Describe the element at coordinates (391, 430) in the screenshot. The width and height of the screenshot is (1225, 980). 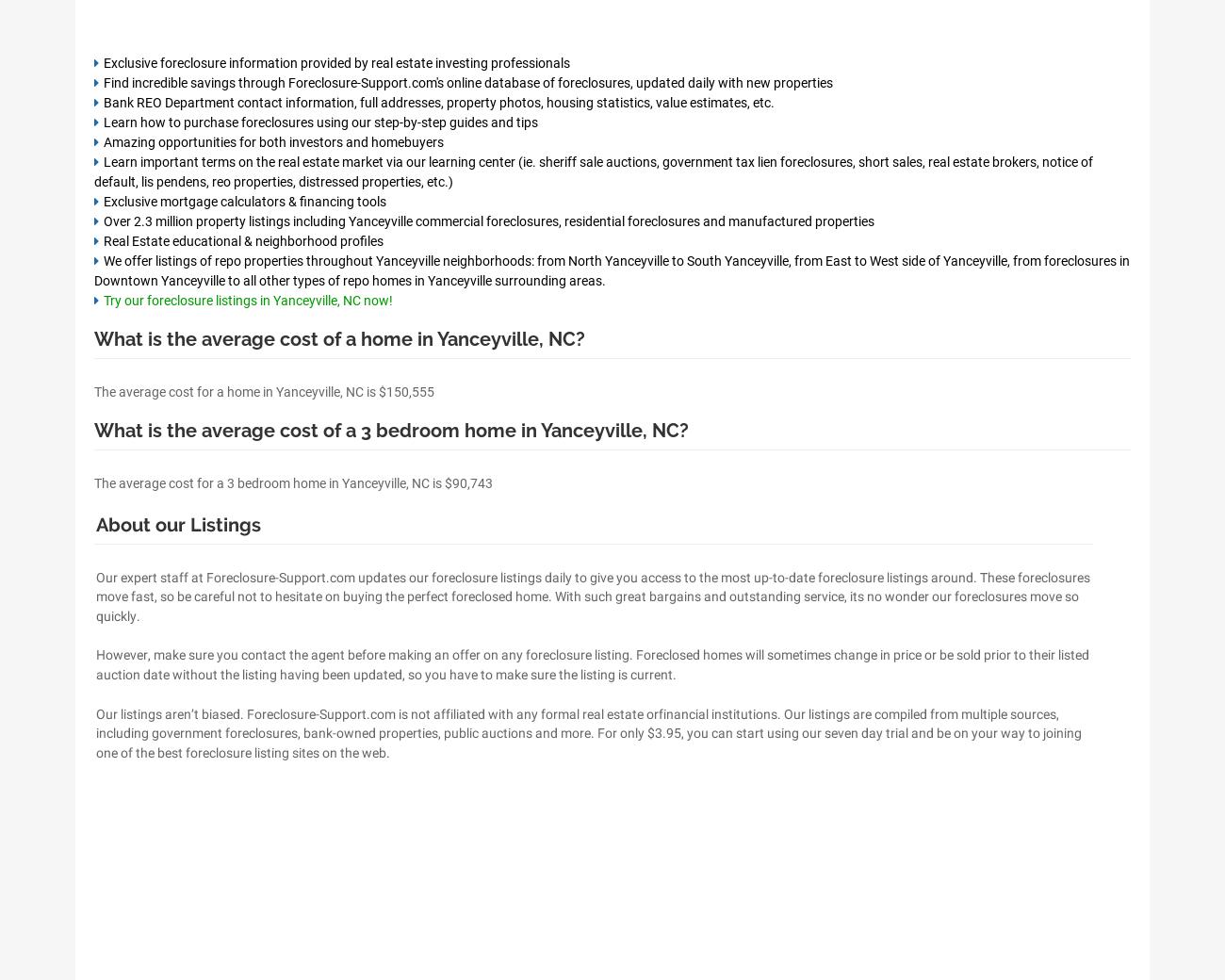
I see `'What is the average cost of a 3 bedroom home in Yanceyville, NC?'` at that location.